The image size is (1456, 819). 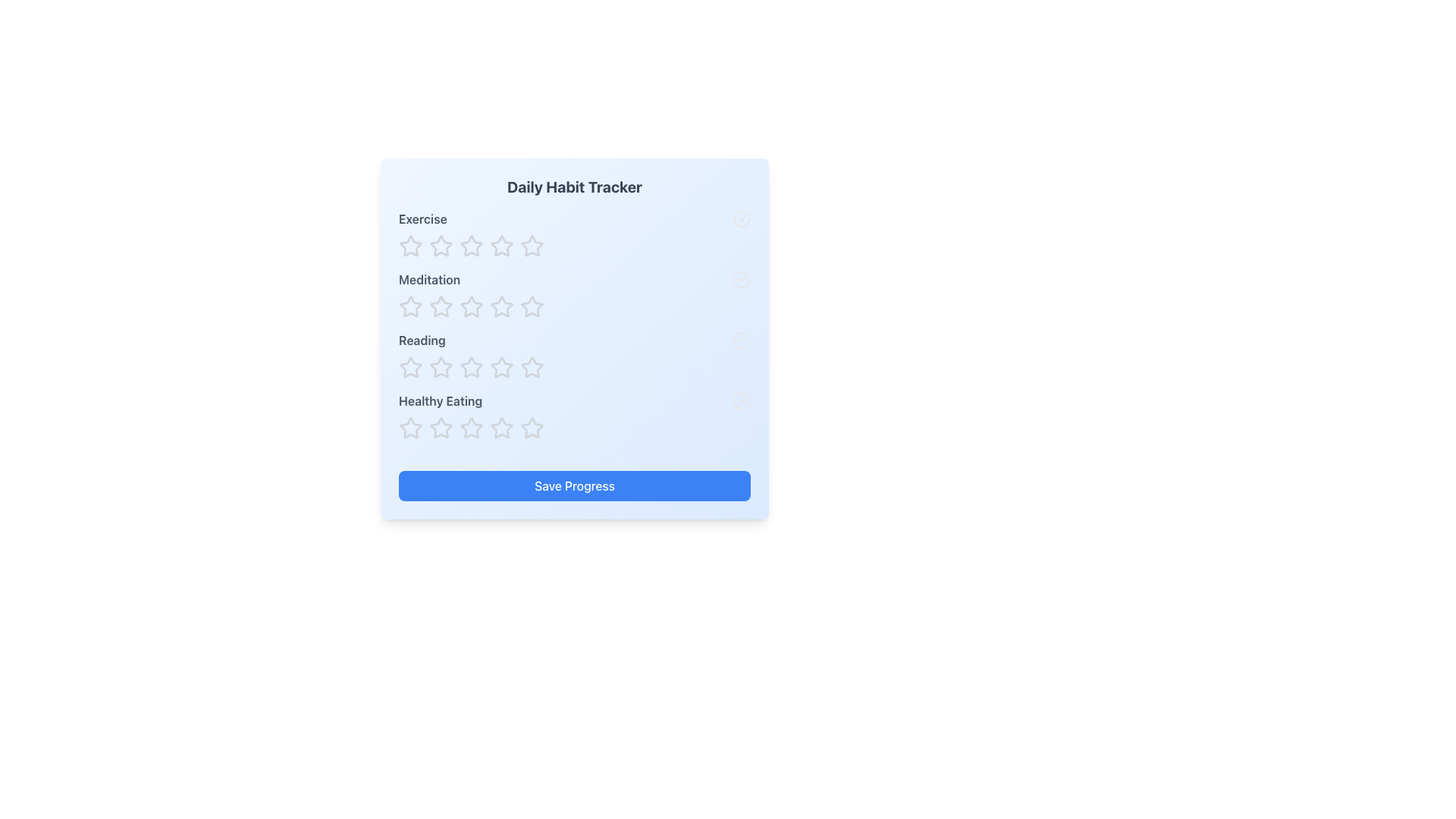 I want to click on the third star in the row of five within the 'Exercise' habit section of the 'Daily Habit Tracker' to register a rating, so click(x=532, y=245).